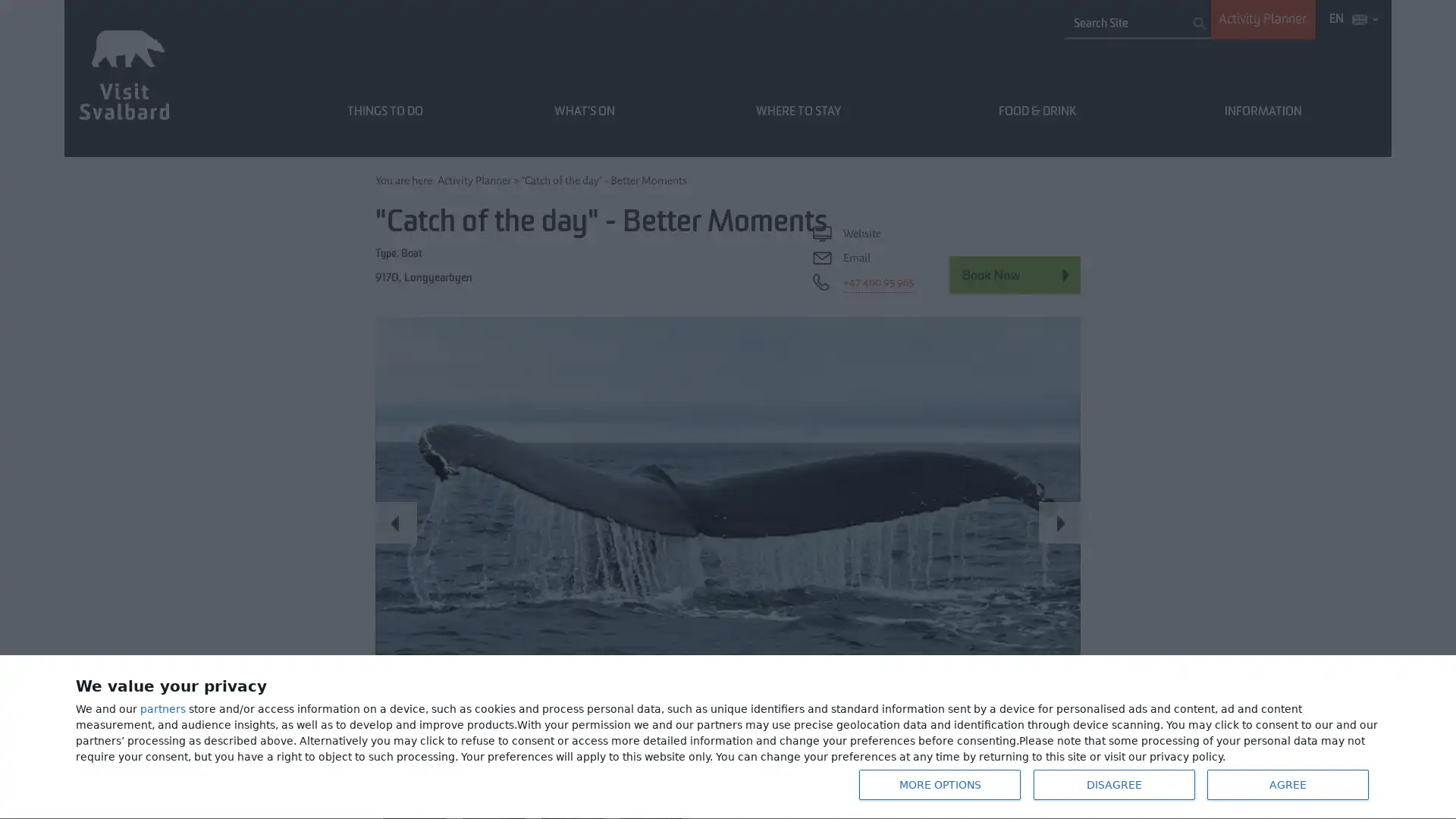  What do you see at coordinates (938, 784) in the screenshot?
I see `MORE OPTIONS` at bounding box center [938, 784].